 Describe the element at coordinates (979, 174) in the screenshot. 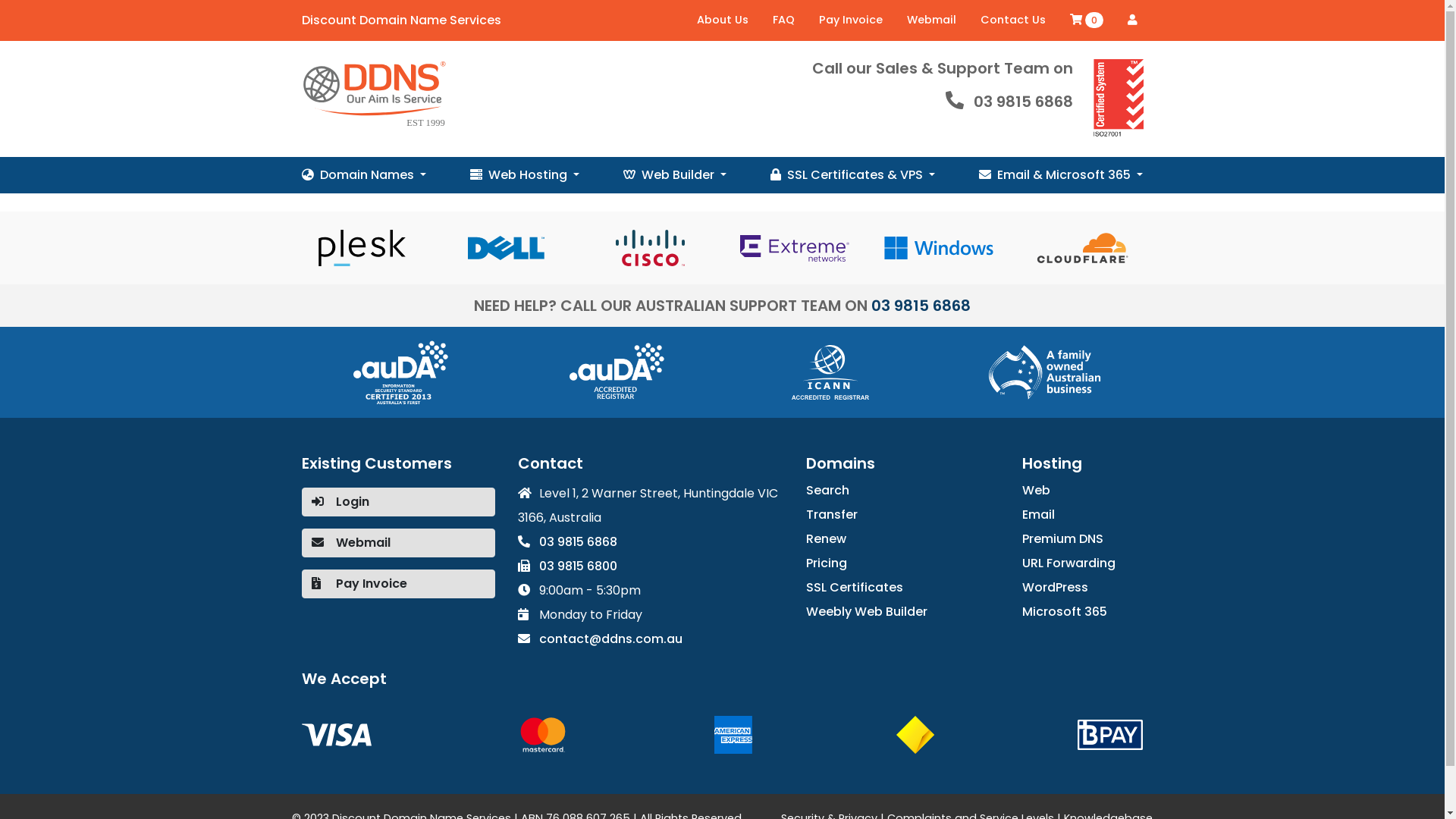

I see `'Email & Microsoft 365'` at that location.